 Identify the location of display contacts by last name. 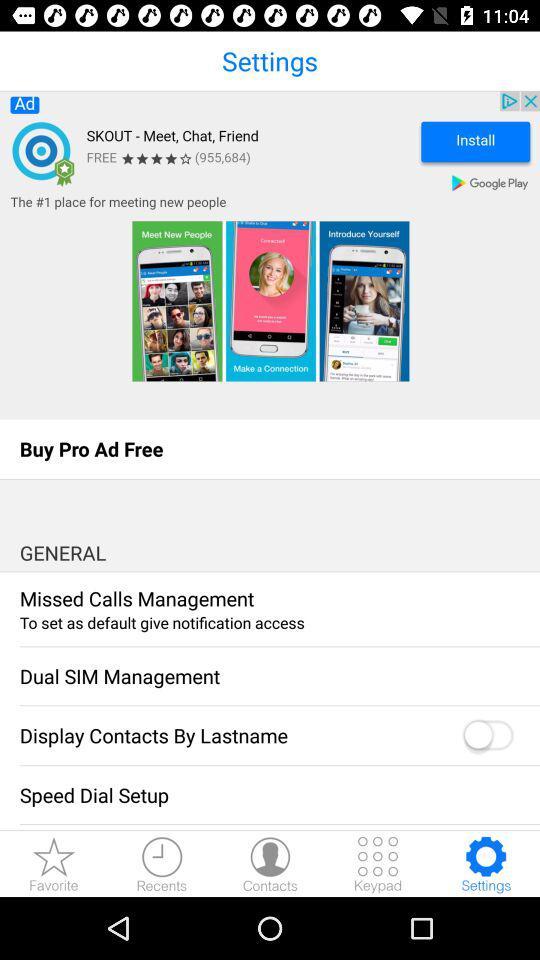
(486, 735).